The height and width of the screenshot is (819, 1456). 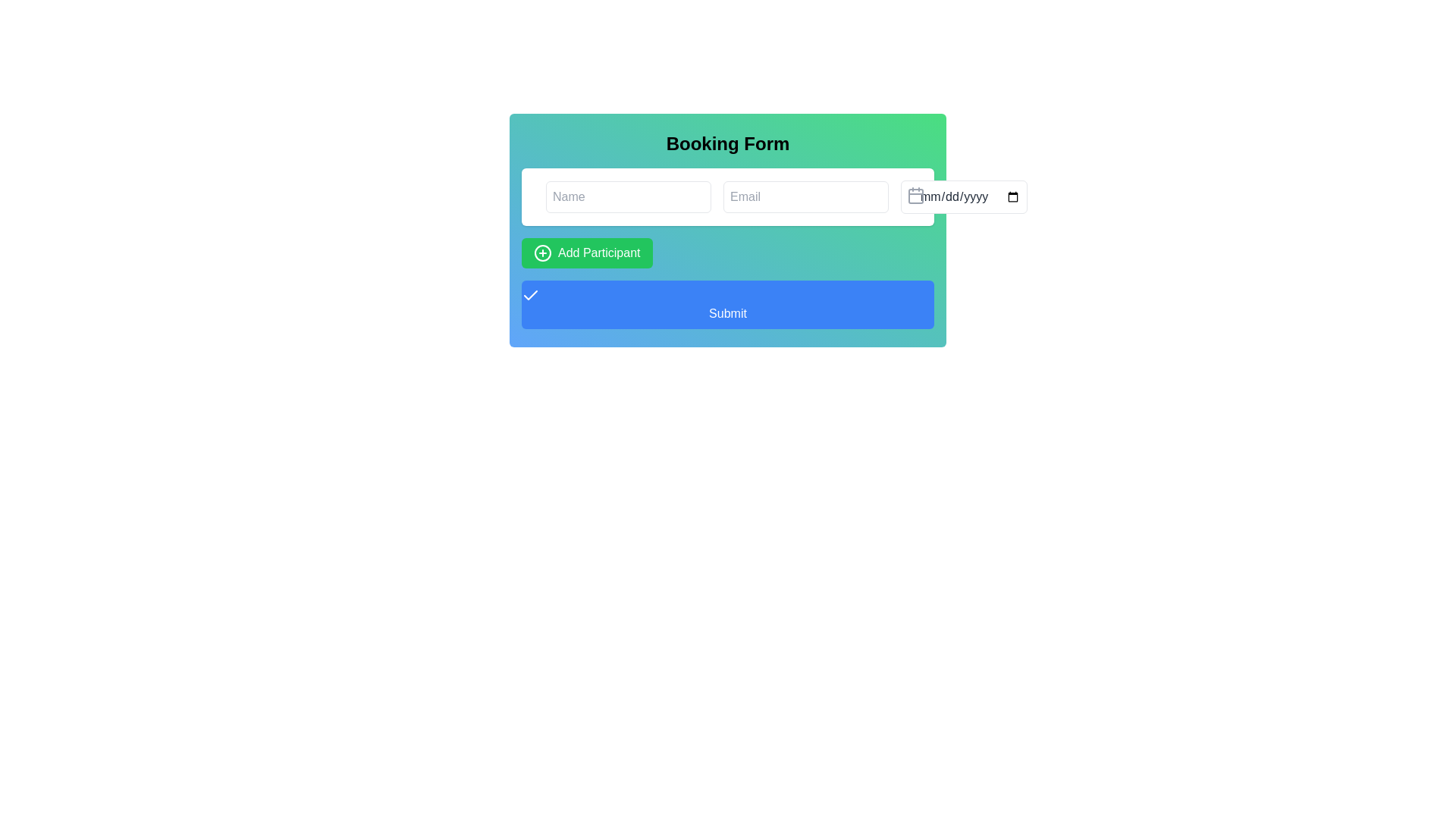 What do you see at coordinates (728, 304) in the screenshot?
I see `the 'Submit' button, which is a rectangular button with a blue background and white text, located below the 'Add Participant' button` at bounding box center [728, 304].